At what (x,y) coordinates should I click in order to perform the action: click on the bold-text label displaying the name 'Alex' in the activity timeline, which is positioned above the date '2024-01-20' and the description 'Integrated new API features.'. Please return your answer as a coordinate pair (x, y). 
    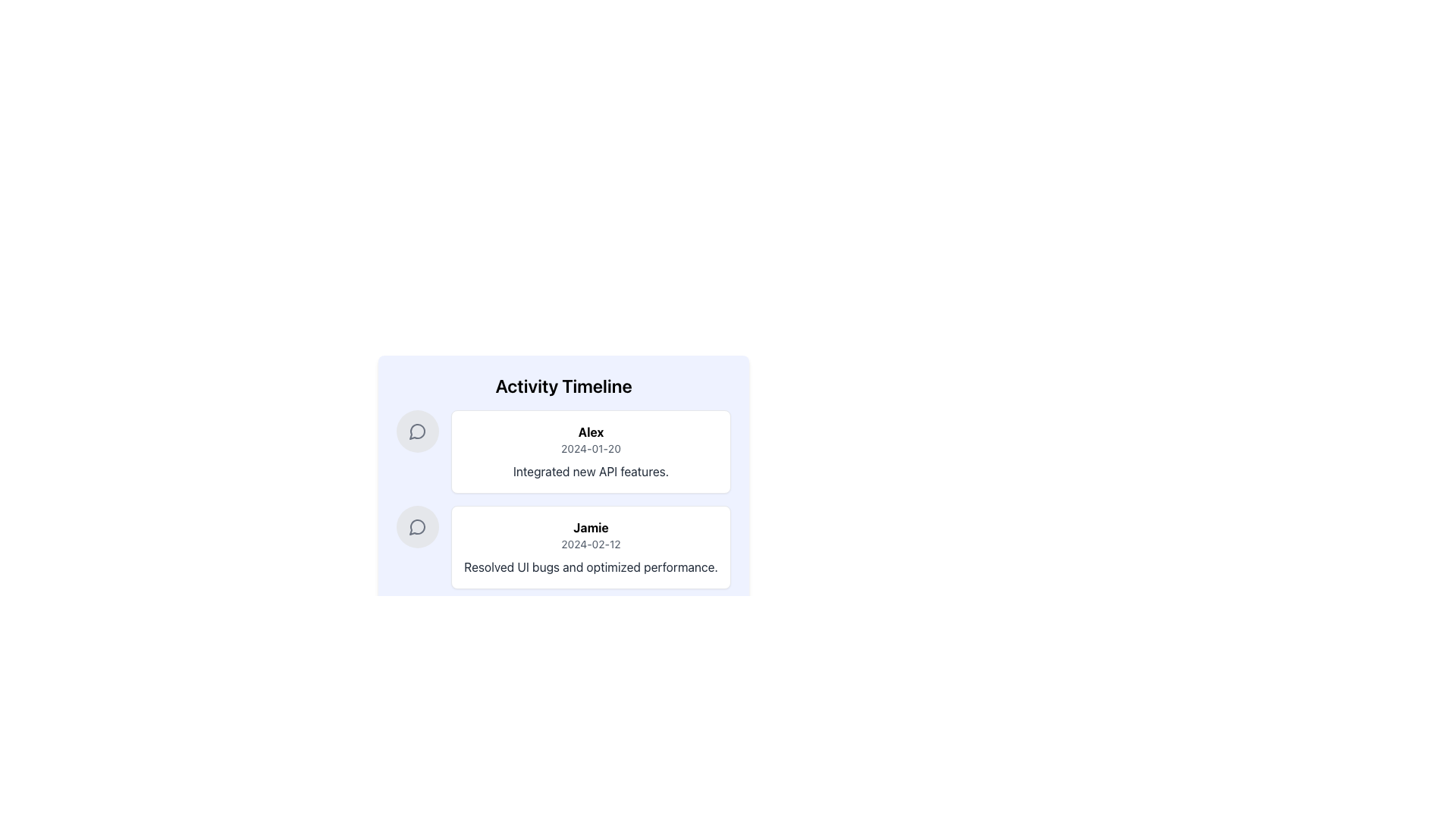
    Looking at the image, I should click on (590, 432).